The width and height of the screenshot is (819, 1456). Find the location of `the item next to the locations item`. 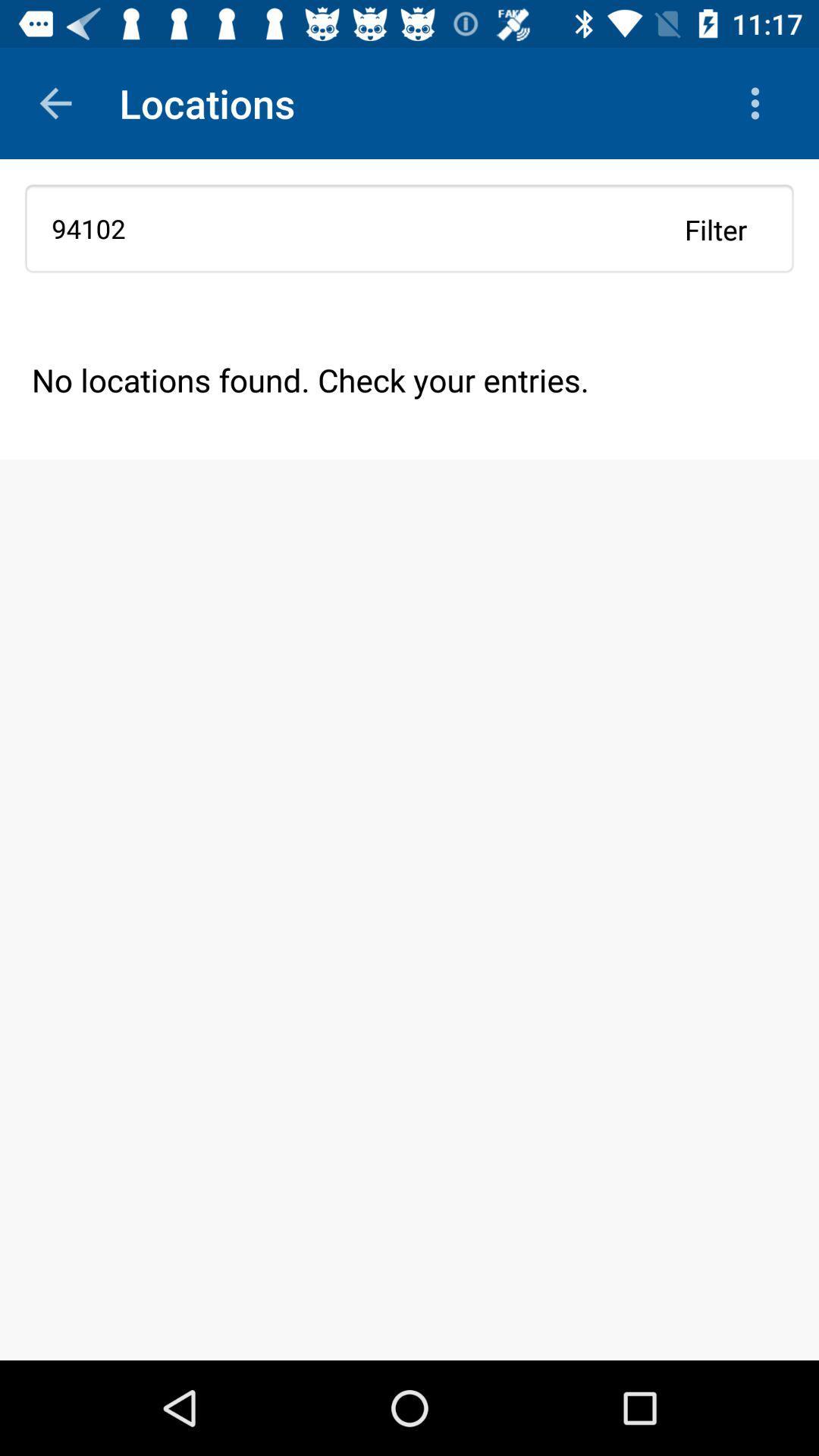

the item next to the locations item is located at coordinates (55, 102).